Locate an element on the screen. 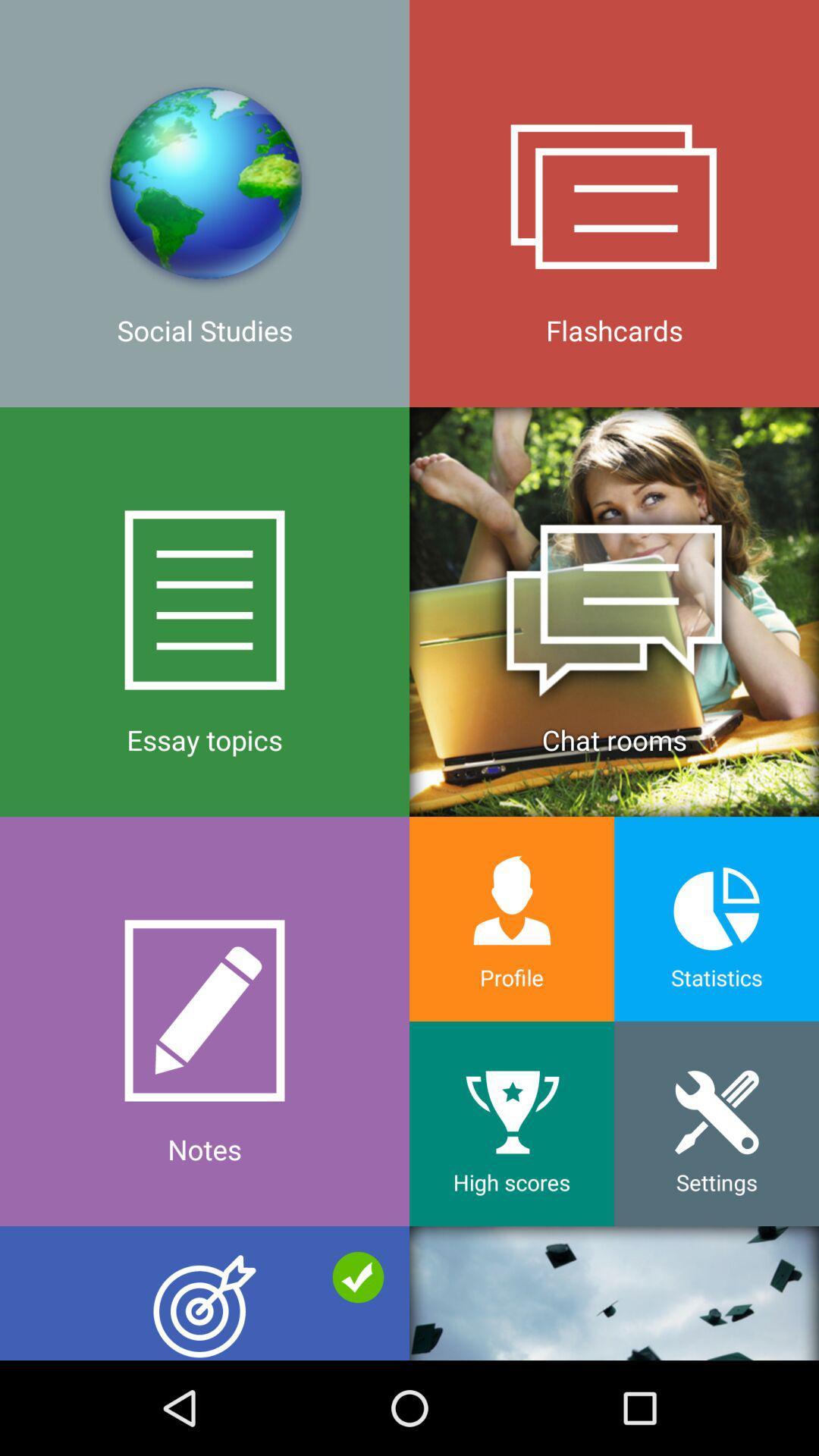 This screenshot has width=819, height=1456. app below the chat rooms icon is located at coordinates (717, 918).